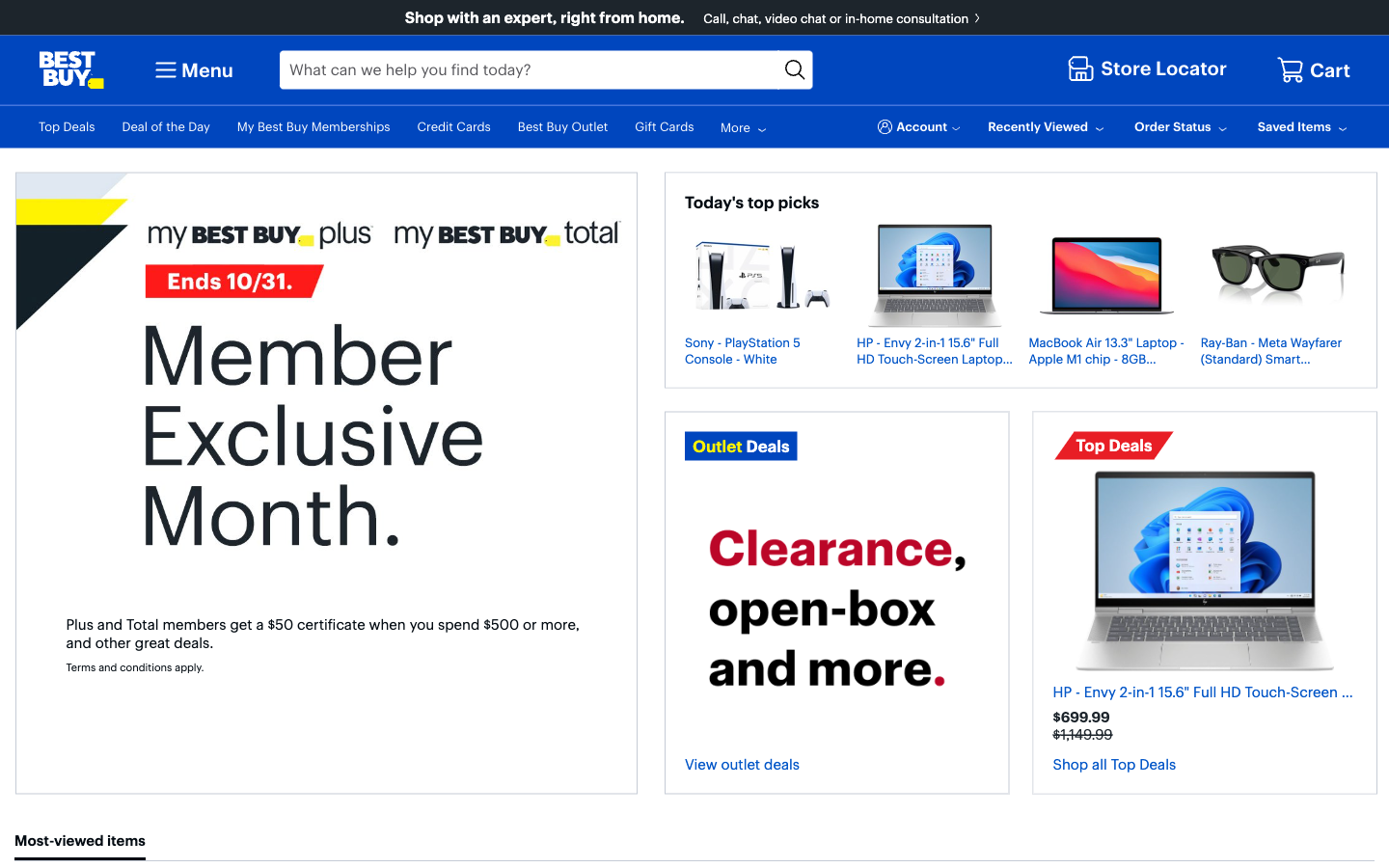 The height and width of the screenshot is (868, 1389). I want to click on Check order status of the latest order, so click(1182, 126).